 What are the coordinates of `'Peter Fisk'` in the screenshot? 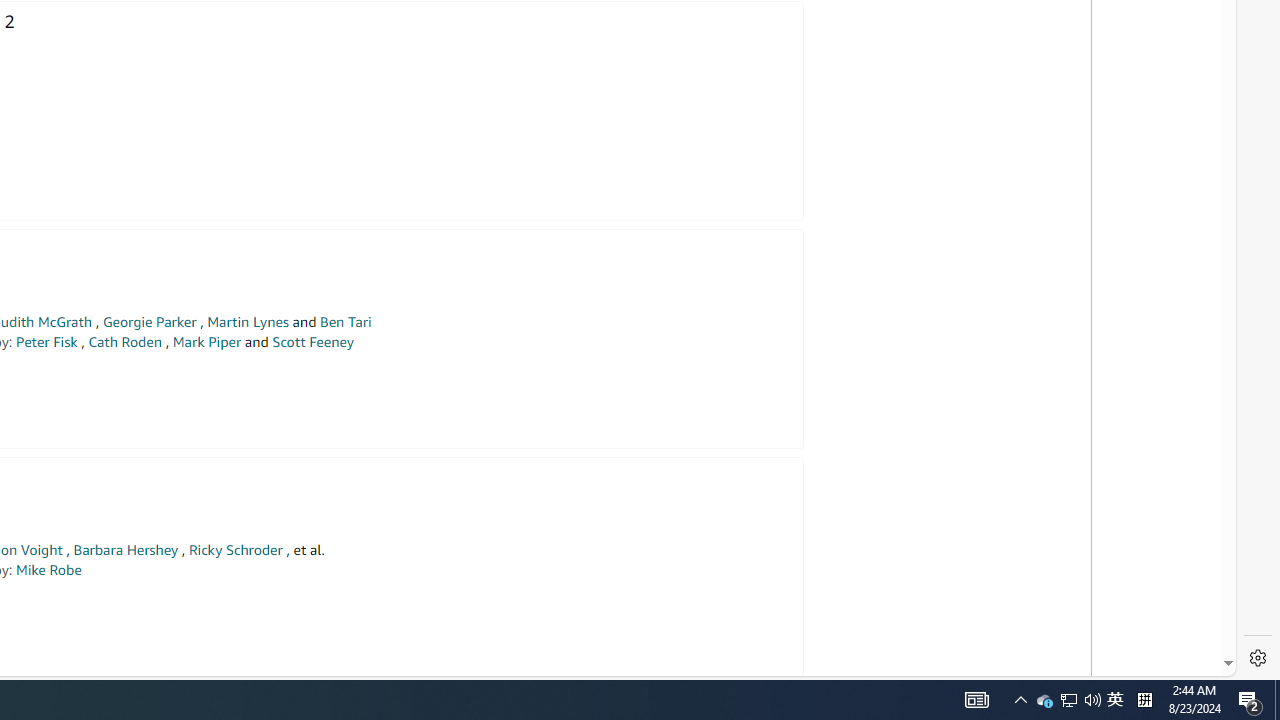 It's located at (46, 341).